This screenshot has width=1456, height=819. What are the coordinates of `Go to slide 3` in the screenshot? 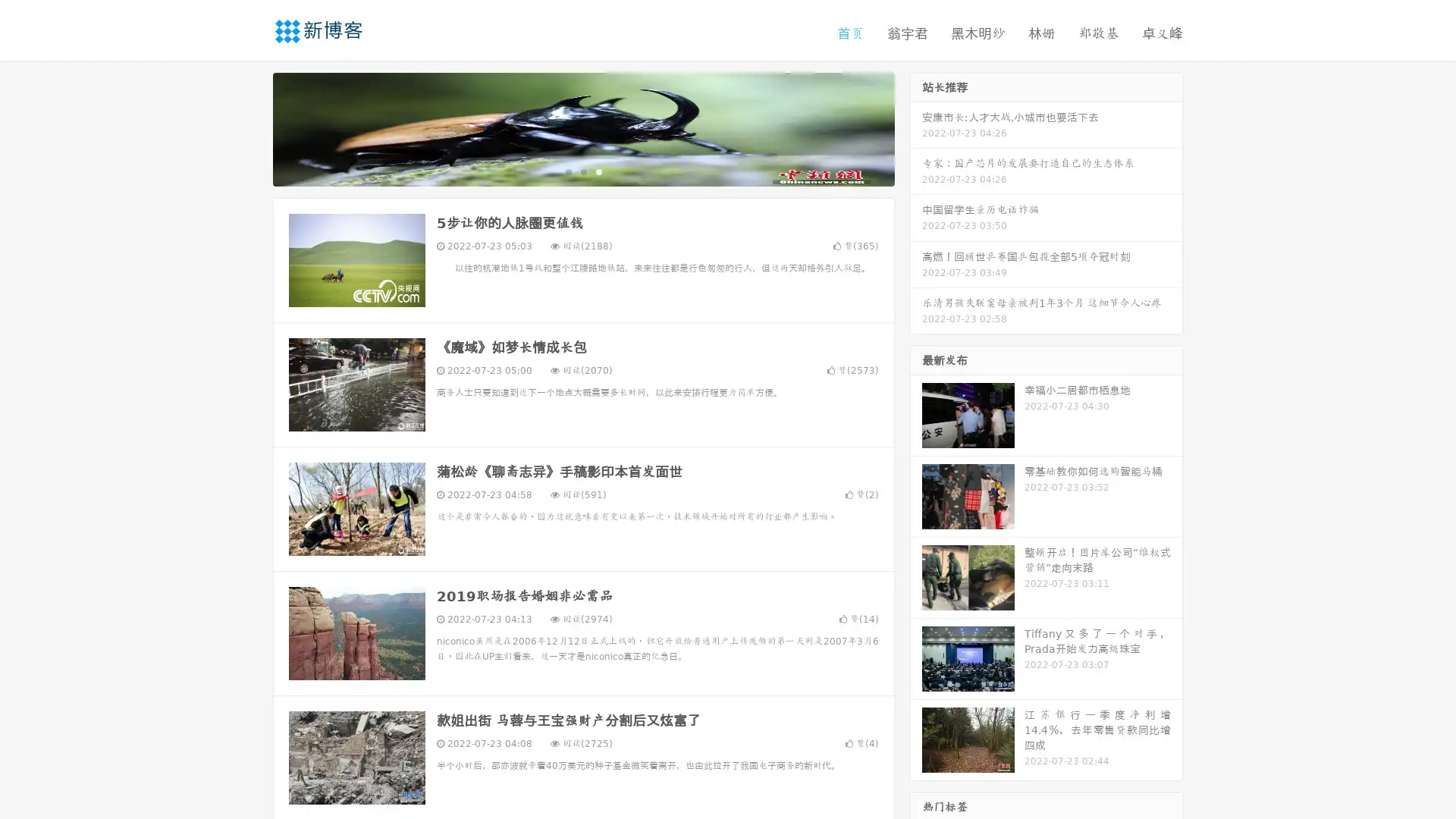 It's located at (598, 171).